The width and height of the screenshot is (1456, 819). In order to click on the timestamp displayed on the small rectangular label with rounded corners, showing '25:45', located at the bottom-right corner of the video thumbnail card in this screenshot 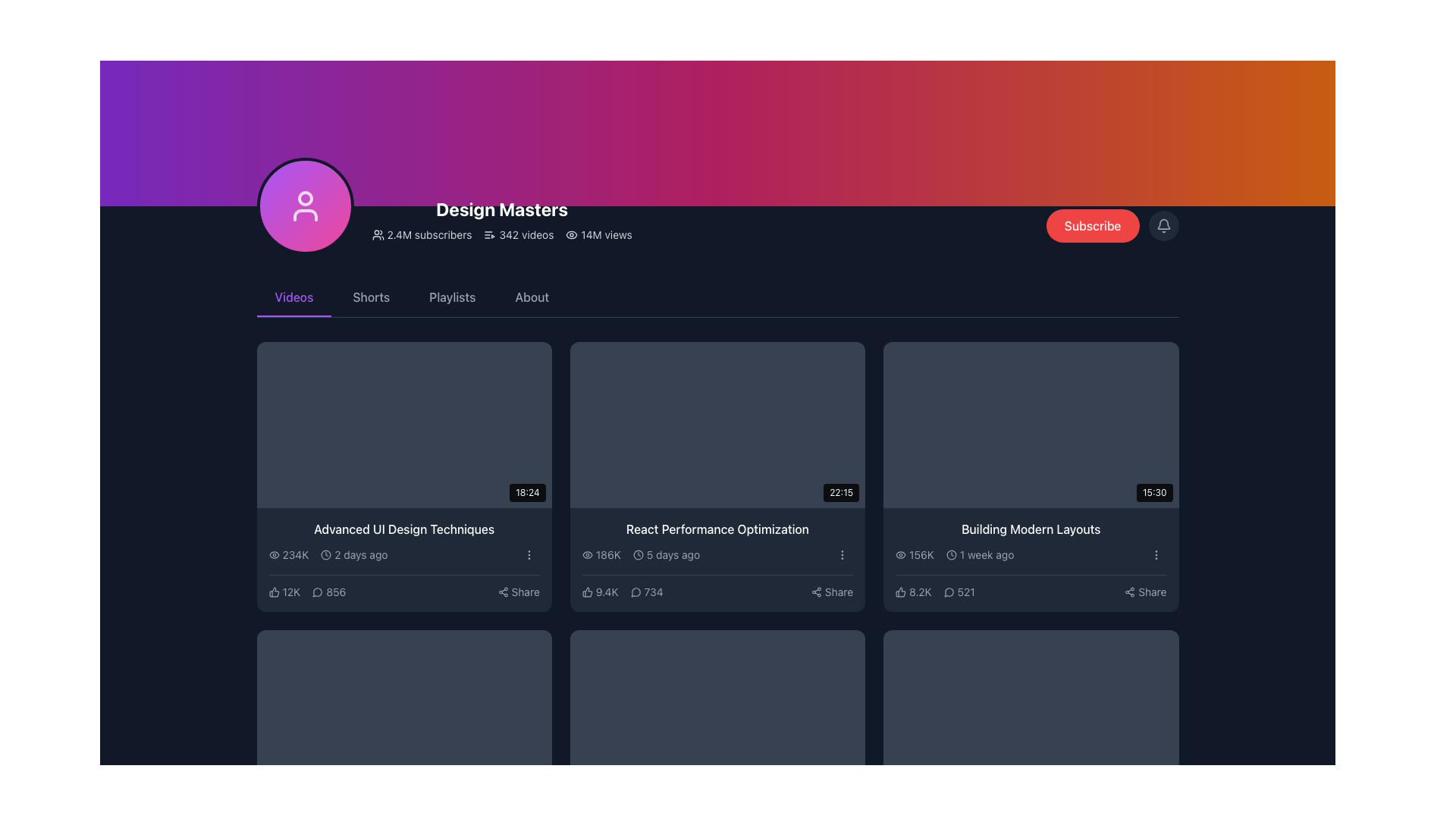, I will do `click(527, 780)`.